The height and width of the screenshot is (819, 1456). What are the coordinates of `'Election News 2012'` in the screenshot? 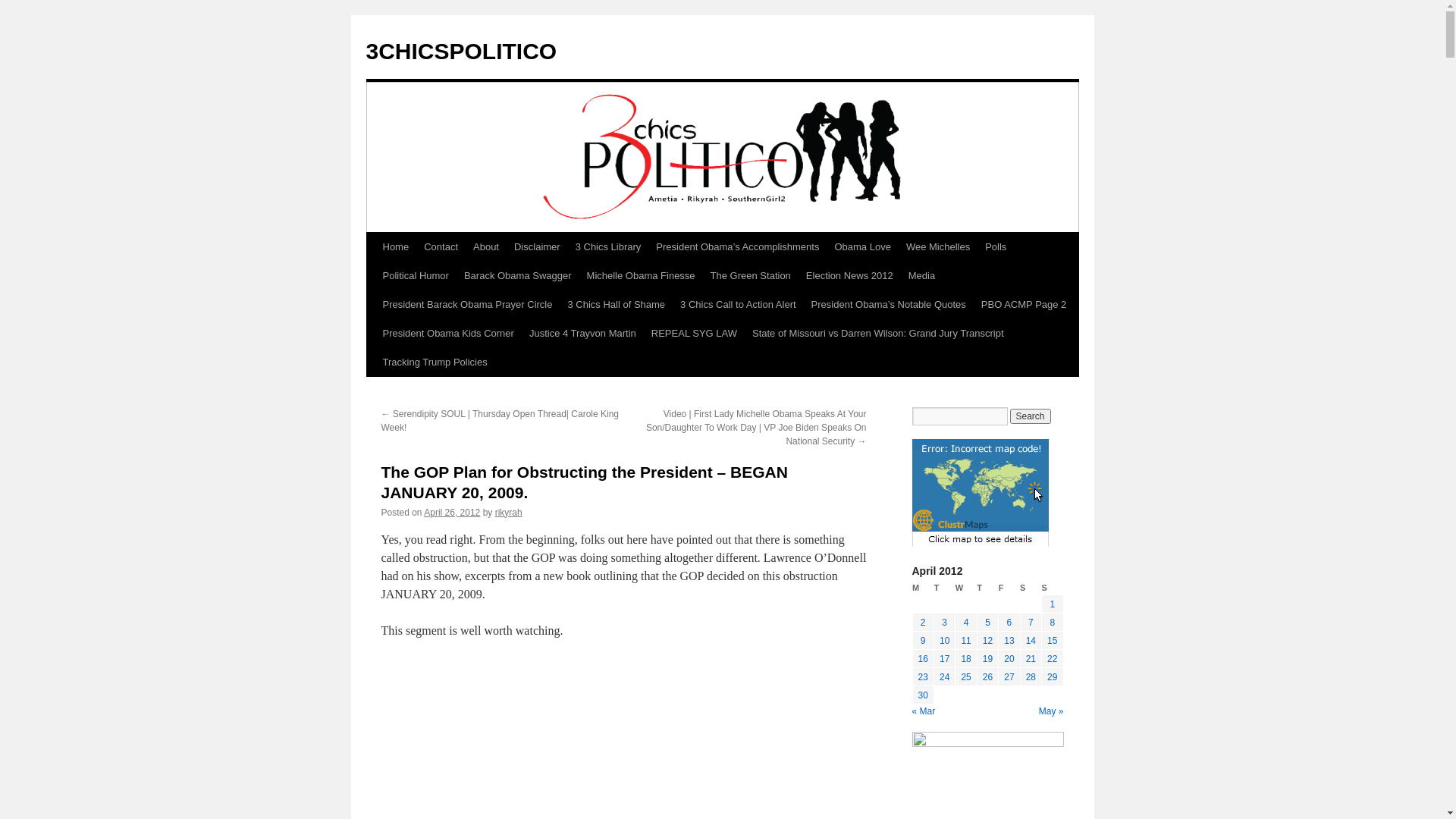 It's located at (849, 275).